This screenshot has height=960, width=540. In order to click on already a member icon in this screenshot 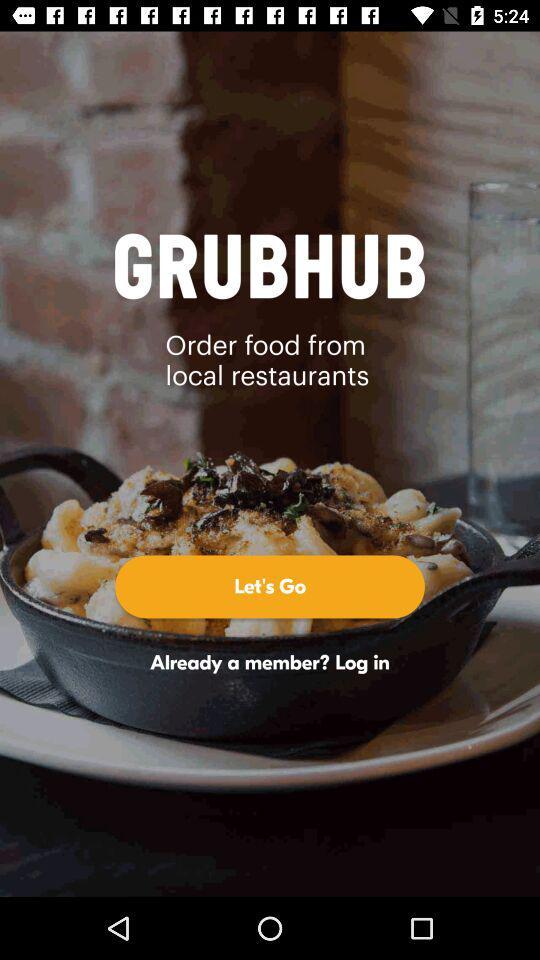, I will do `click(270, 662)`.